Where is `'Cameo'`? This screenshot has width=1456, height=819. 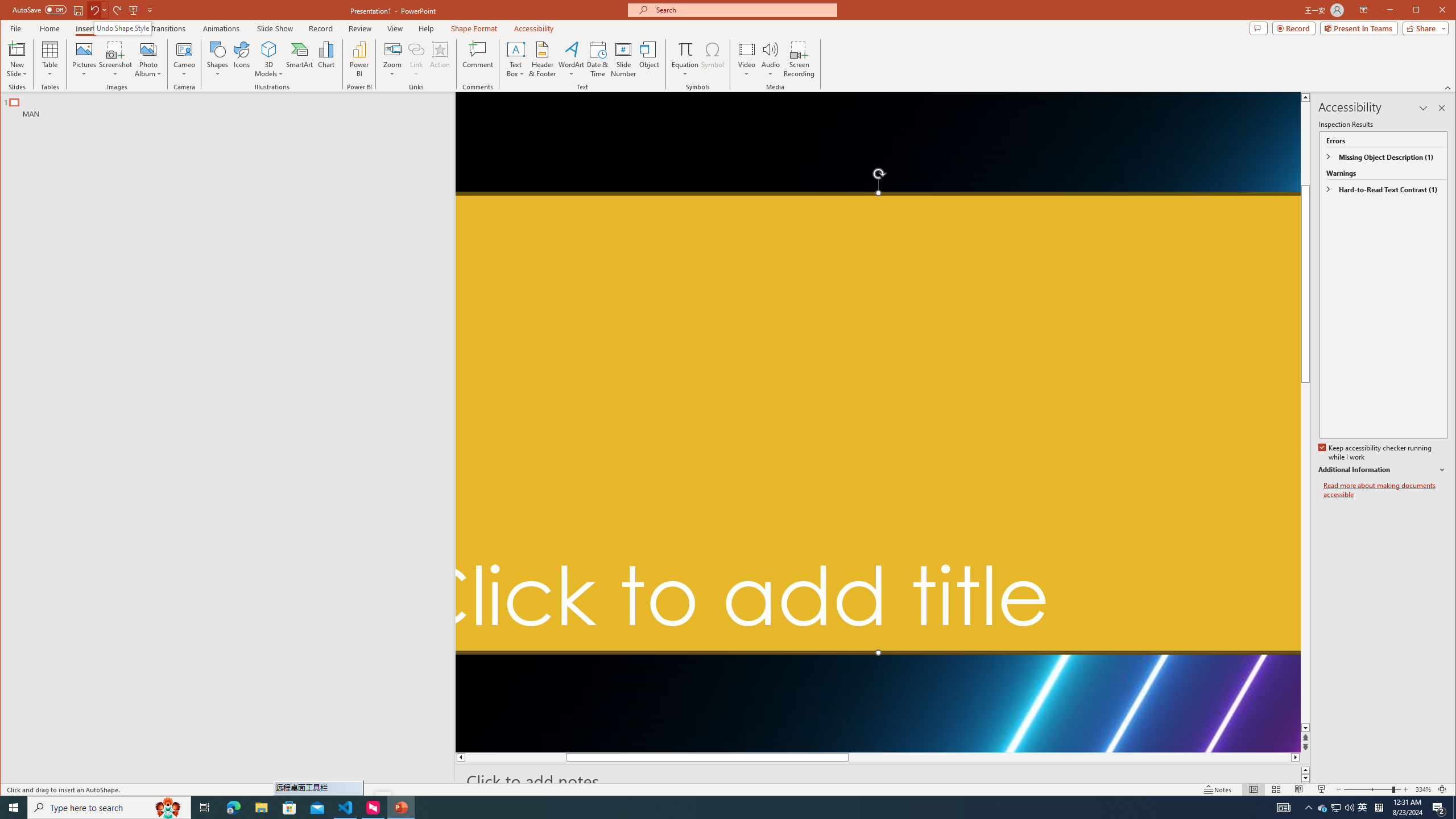 'Cameo' is located at coordinates (183, 59).